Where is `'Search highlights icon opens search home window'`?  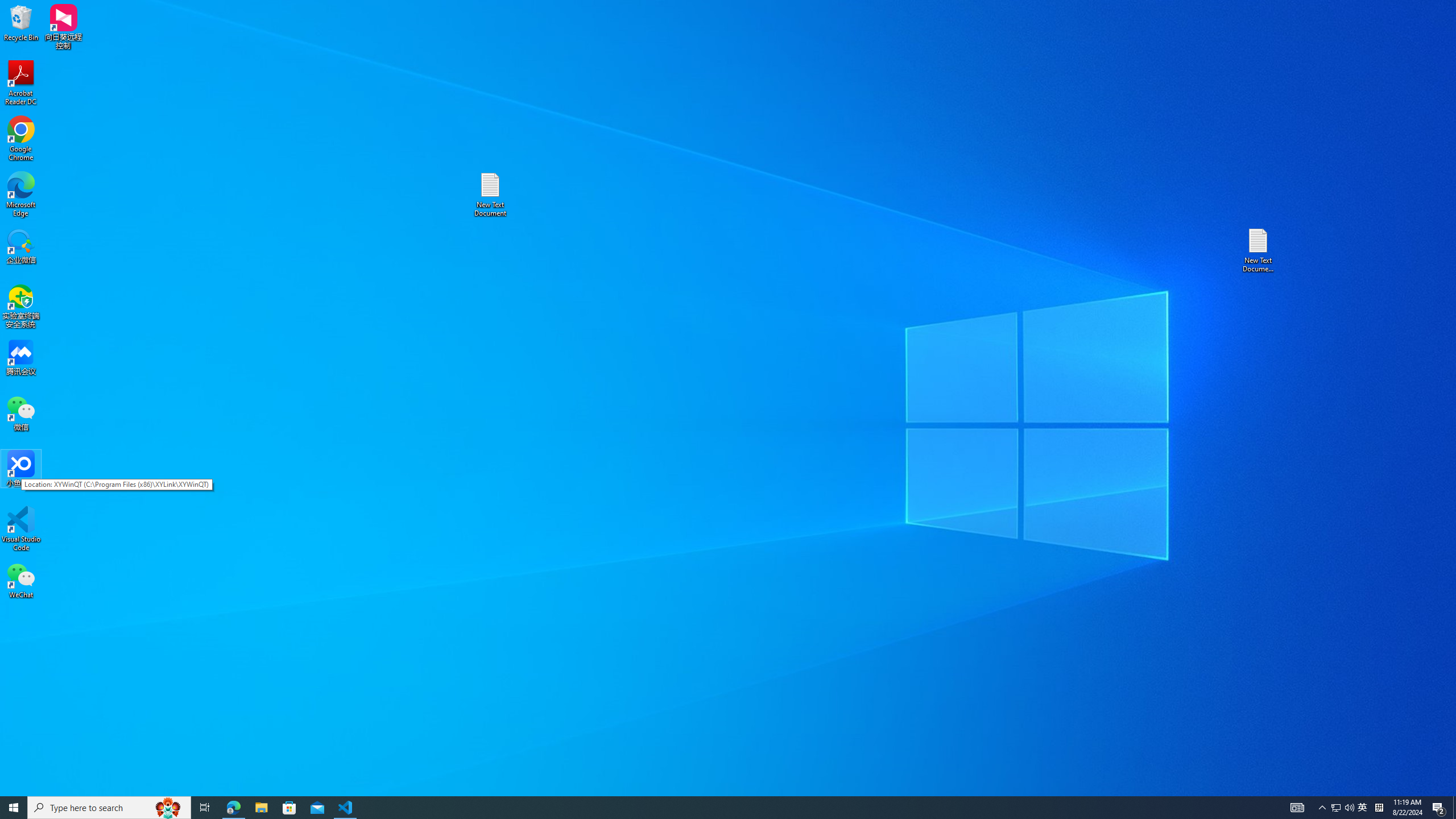
'Search highlights icon opens search home window' is located at coordinates (167, 806).